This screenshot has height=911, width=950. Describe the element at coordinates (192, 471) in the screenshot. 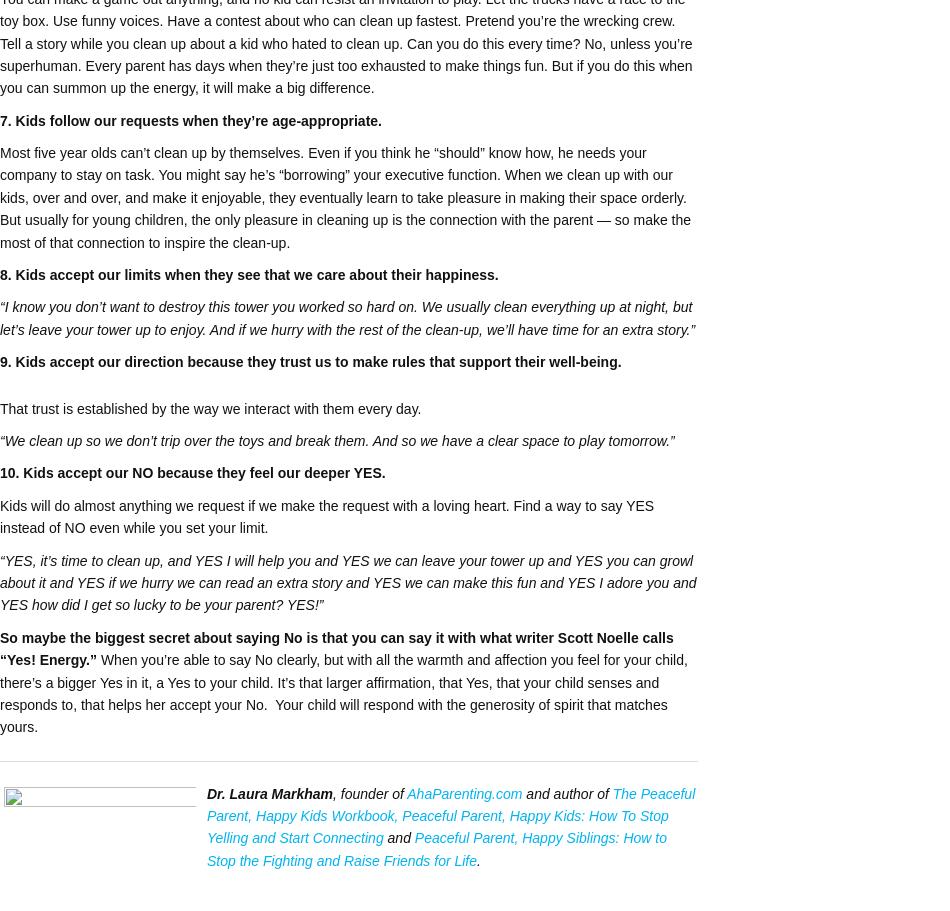

I see `'10. Kids accept our NO because they feel our deeper YES.'` at that location.